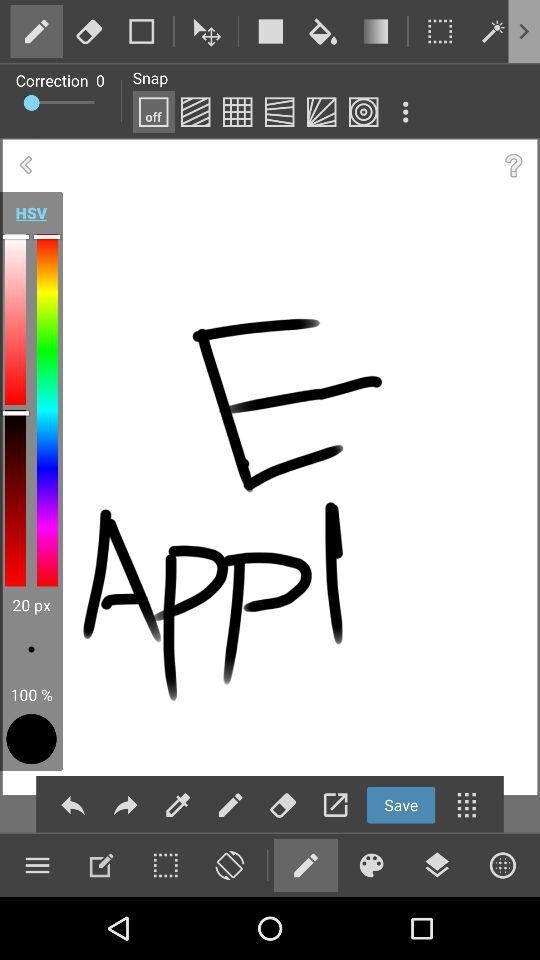 The width and height of the screenshot is (540, 960). What do you see at coordinates (282, 805) in the screenshot?
I see `use eraser` at bounding box center [282, 805].